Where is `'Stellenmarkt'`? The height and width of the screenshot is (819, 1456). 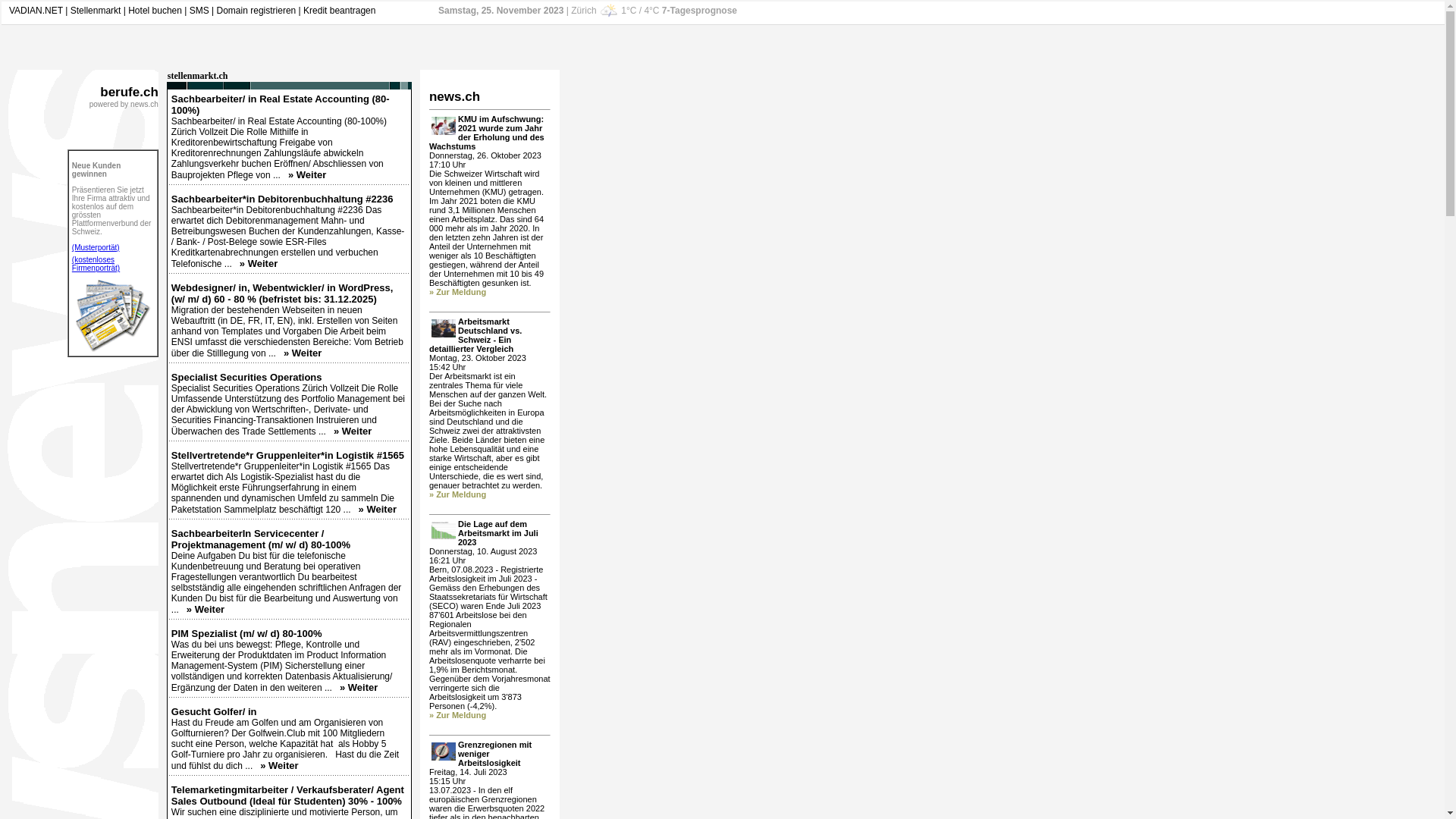
'Stellenmarkt' is located at coordinates (95, 11).